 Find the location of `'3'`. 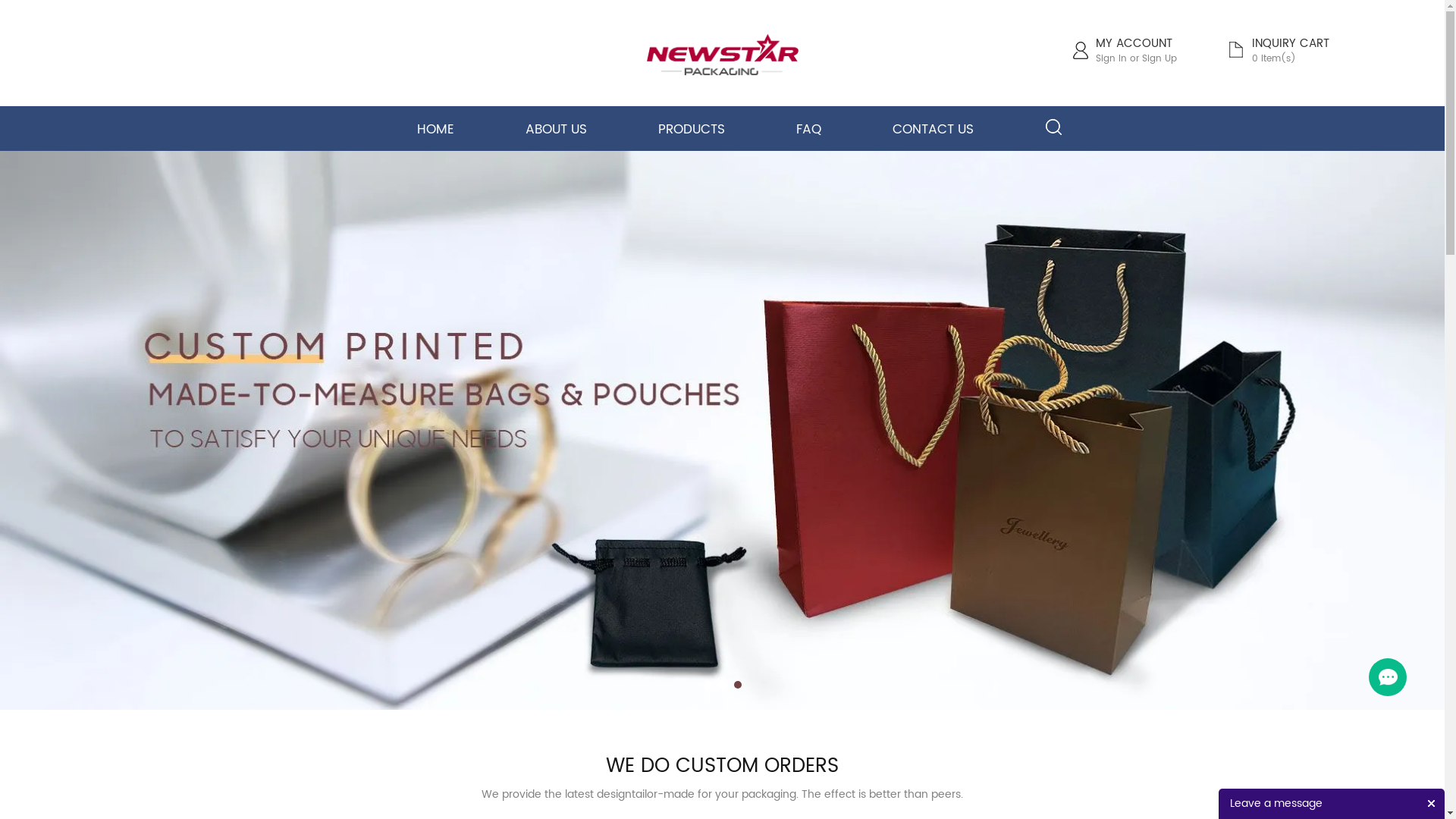

'3' is located at coordinates (734, 684).